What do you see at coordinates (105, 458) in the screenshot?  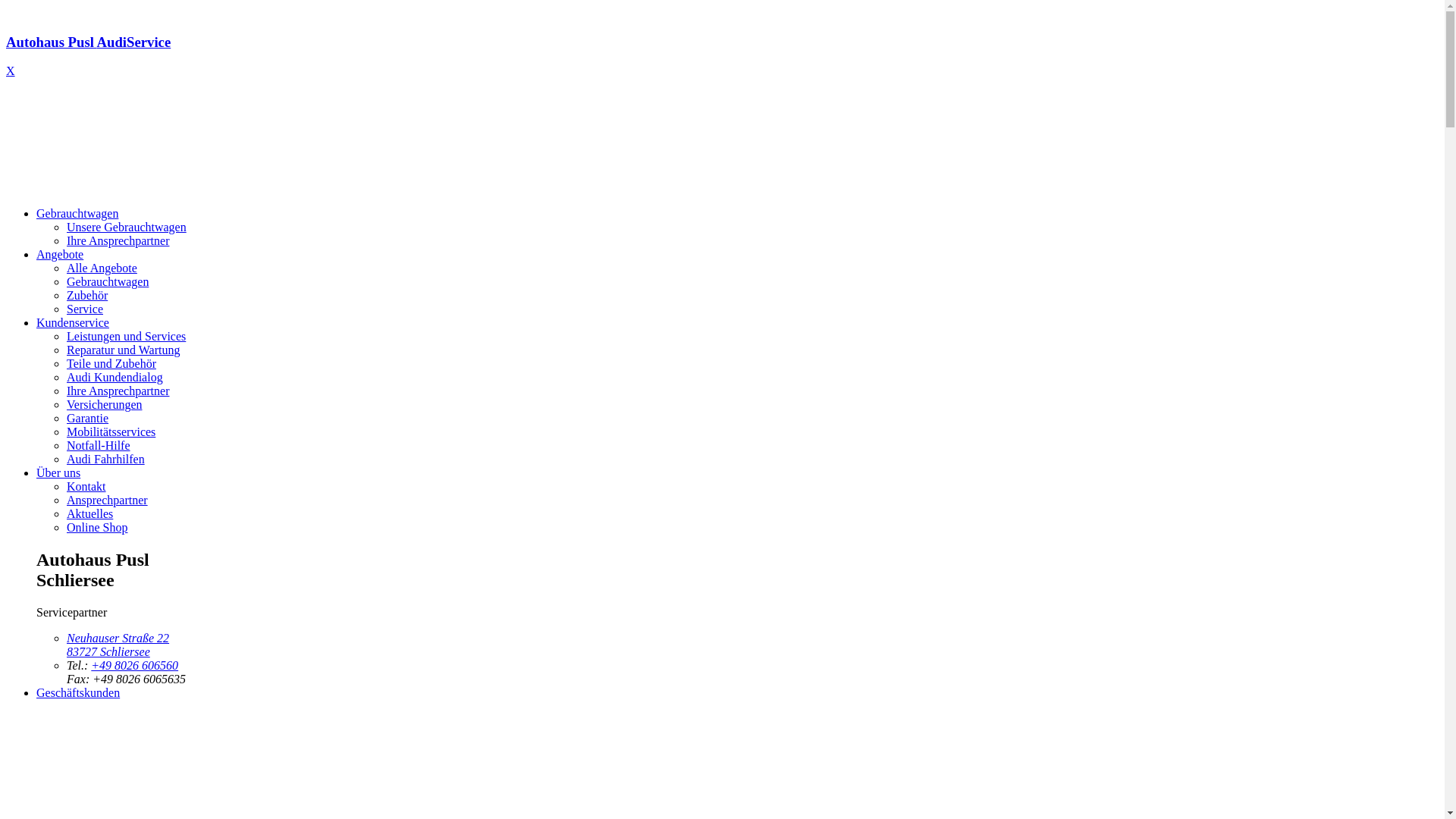 I see `'Audi Fahrhilfen'` at bounding box center [105, 458].